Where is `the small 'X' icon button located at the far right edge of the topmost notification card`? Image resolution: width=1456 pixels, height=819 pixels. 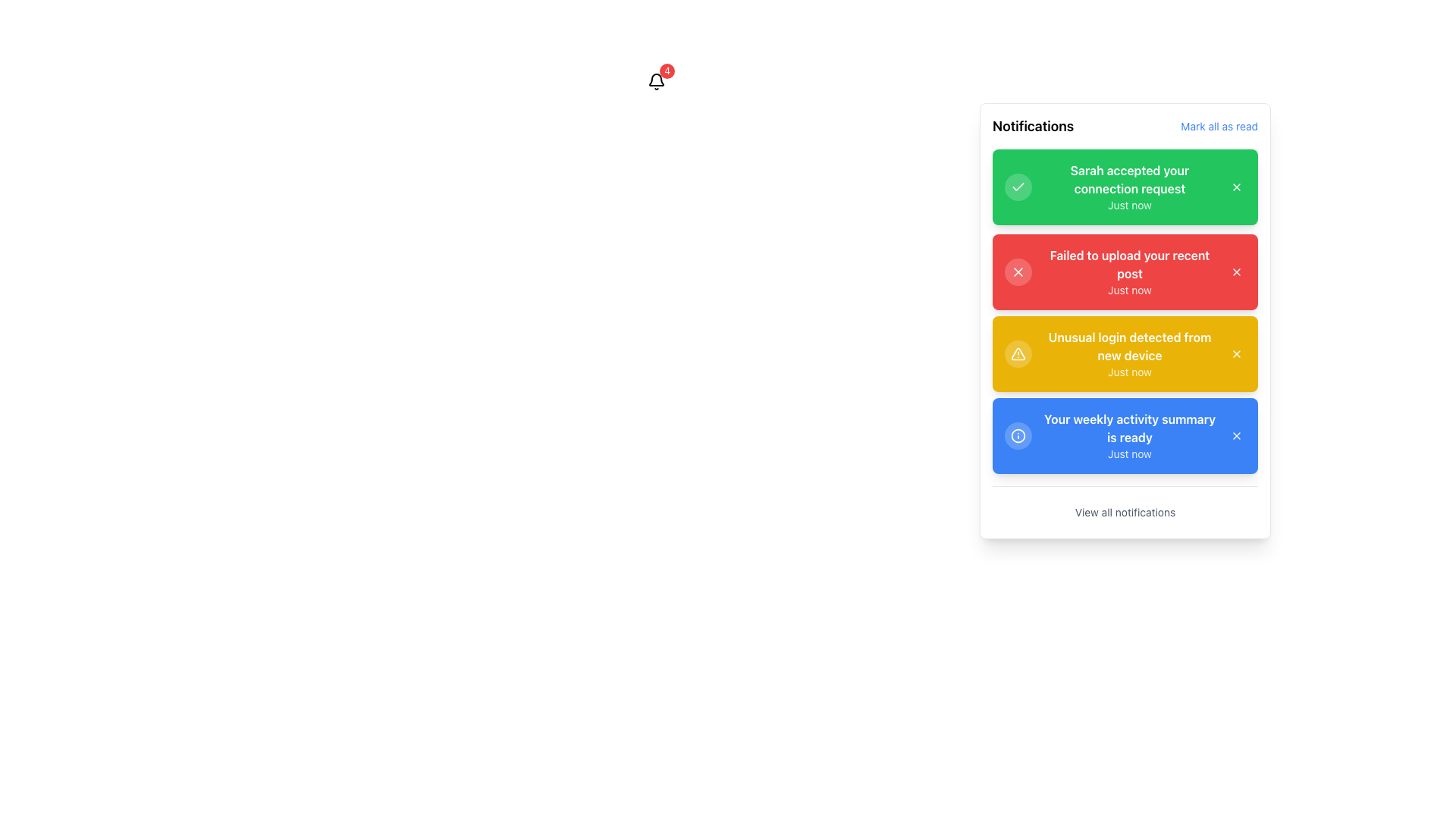
the small 'X' icon button located at the far right edge of the topmost notification card is located at coordinates (1237, 186).